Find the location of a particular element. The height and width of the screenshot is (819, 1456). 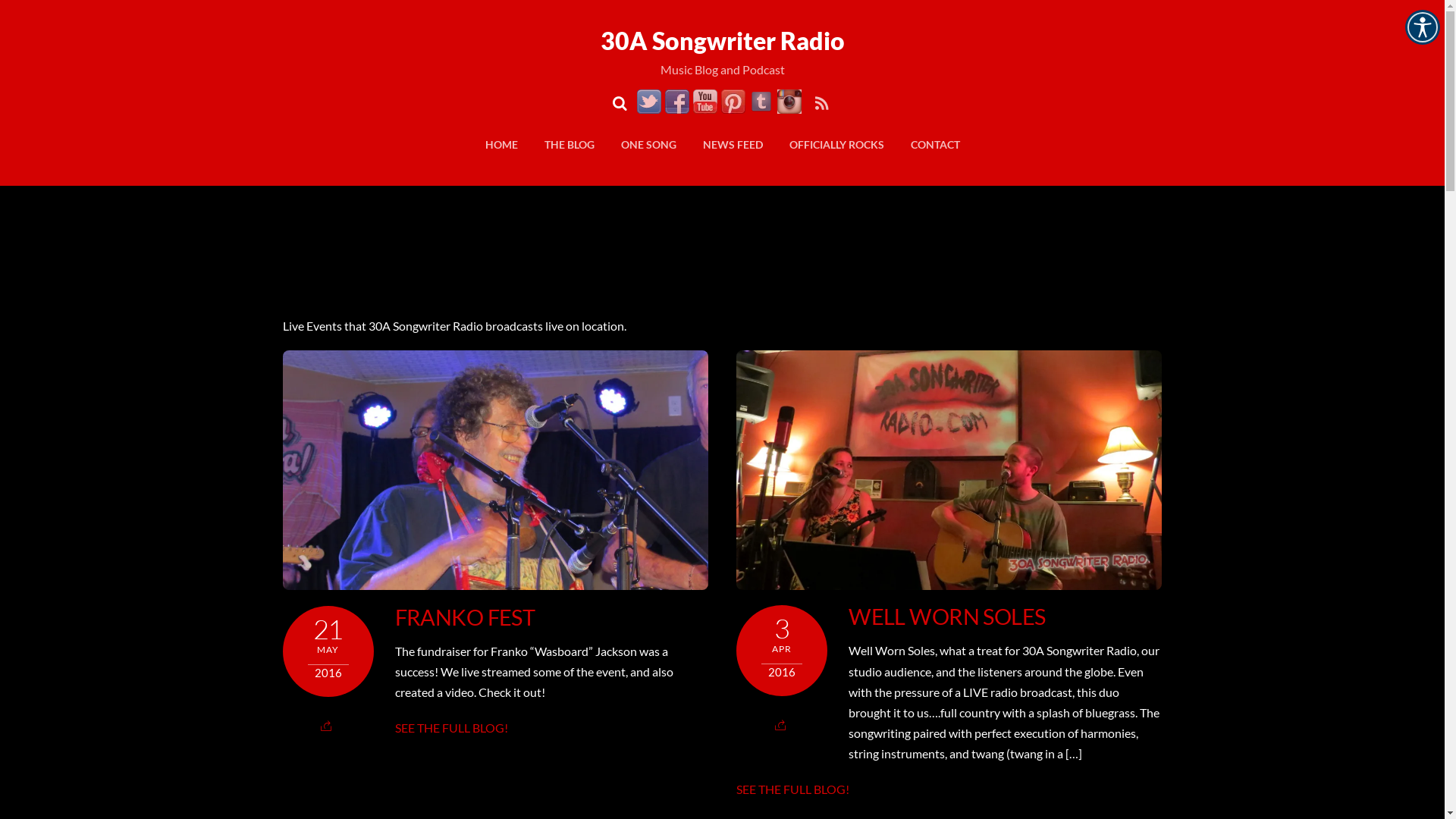

'WELL WORN SOLES' is located at coordinates (946, 617).